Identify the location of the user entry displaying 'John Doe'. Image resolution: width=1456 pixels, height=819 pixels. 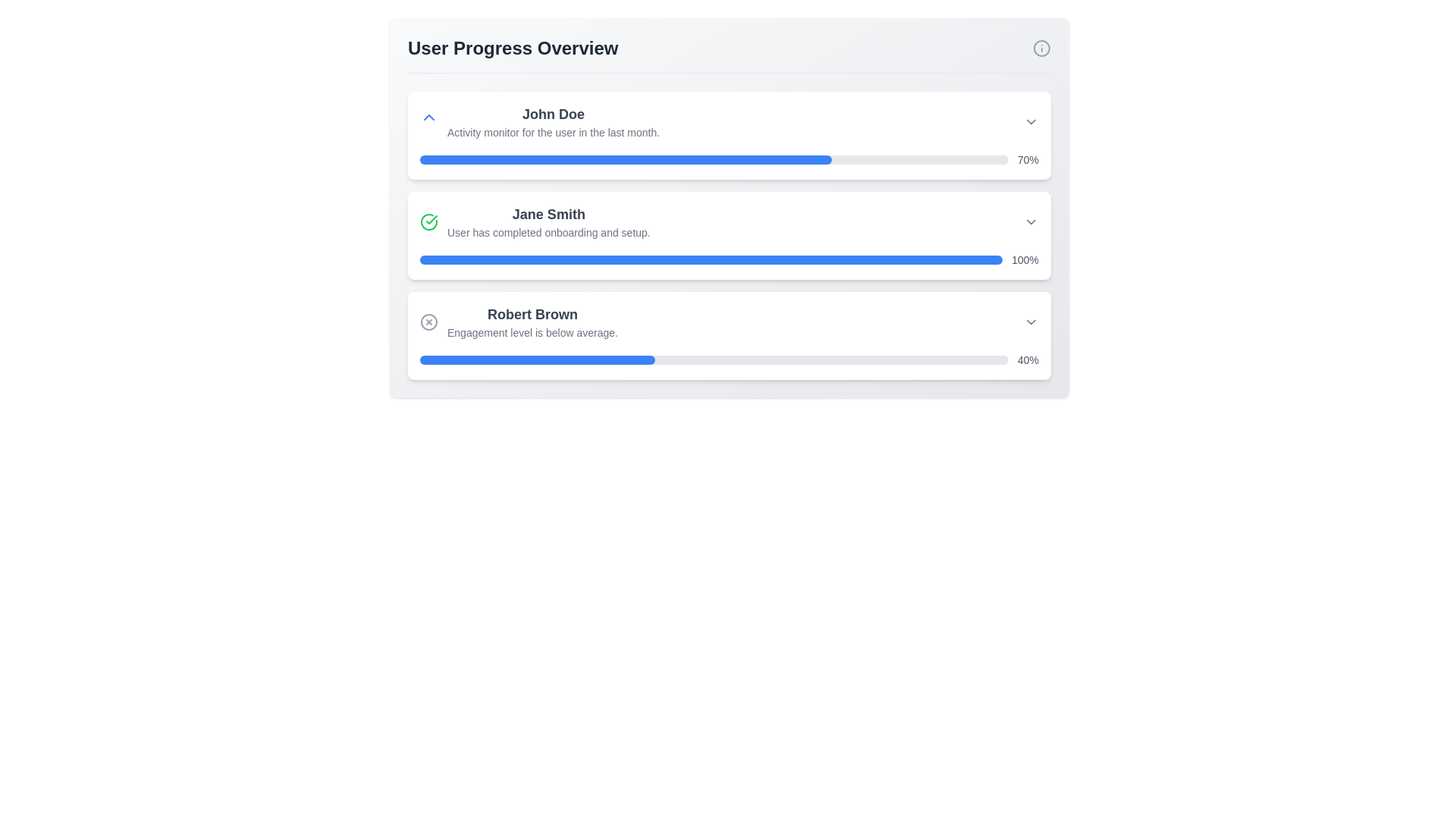
(540, 121).